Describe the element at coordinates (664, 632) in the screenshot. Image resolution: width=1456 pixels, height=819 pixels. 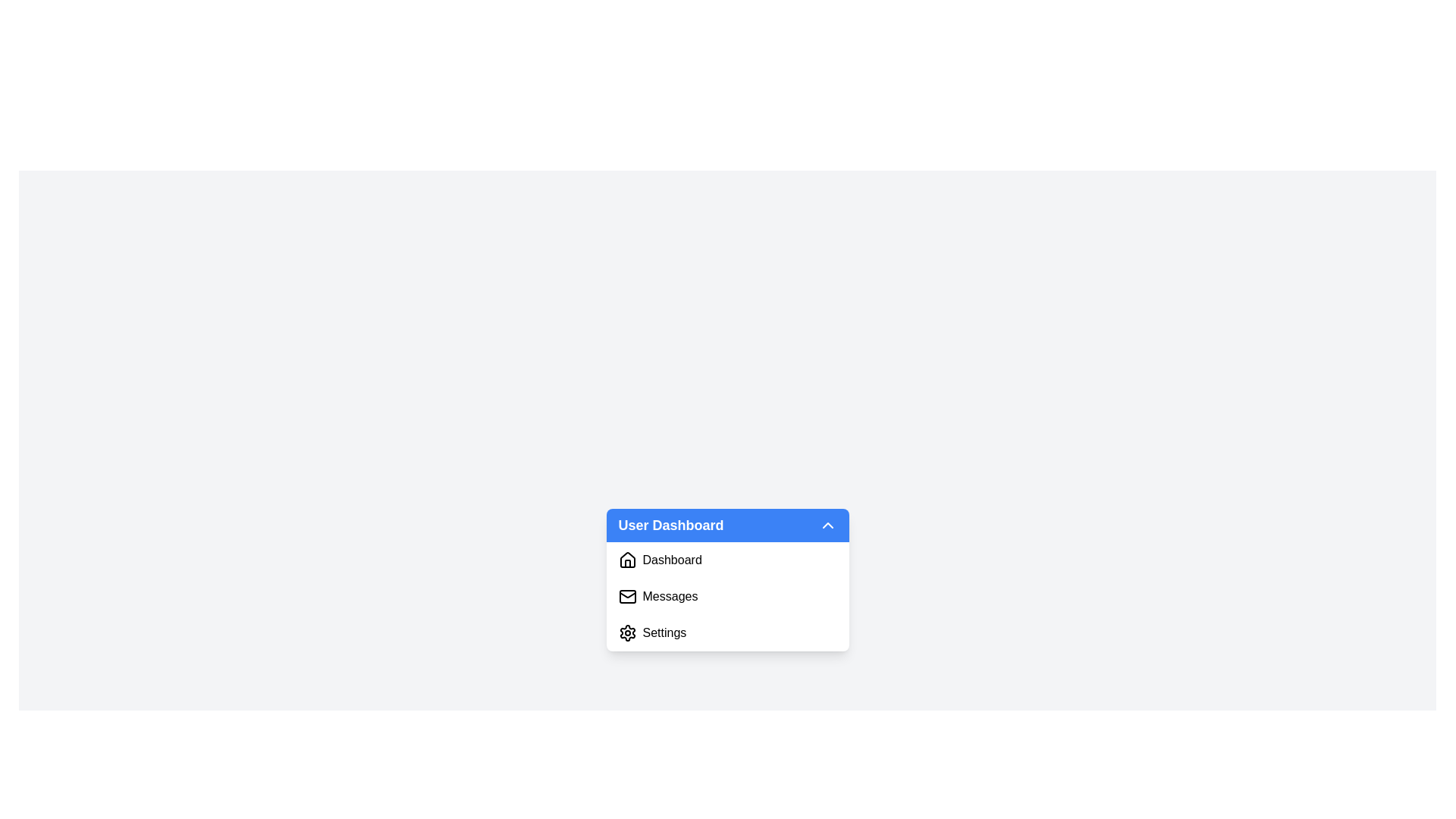
I see `the 'Settings' text label in the vertical navigation menu of the 'User Dashboard'` at that location.